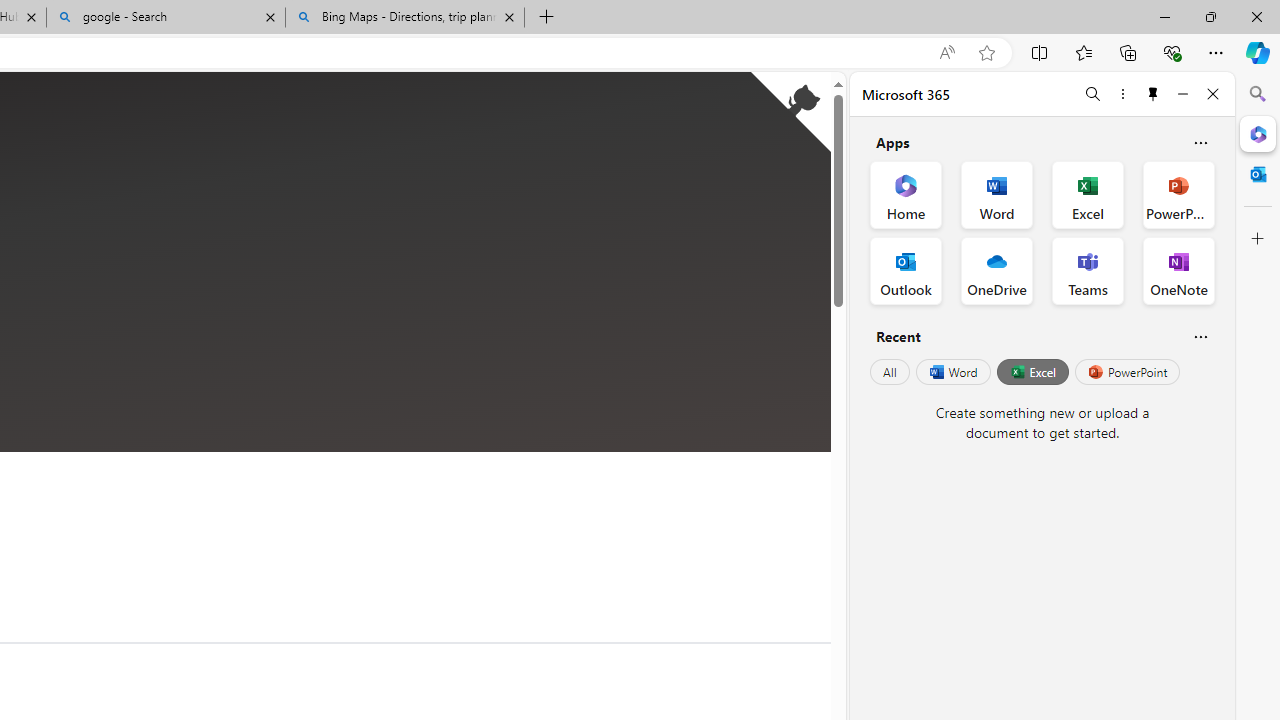  What do you see at coordinates (997, 271) in the screenshot?
I see `'OneDrive Office App'` at bounding box center [997, 271].